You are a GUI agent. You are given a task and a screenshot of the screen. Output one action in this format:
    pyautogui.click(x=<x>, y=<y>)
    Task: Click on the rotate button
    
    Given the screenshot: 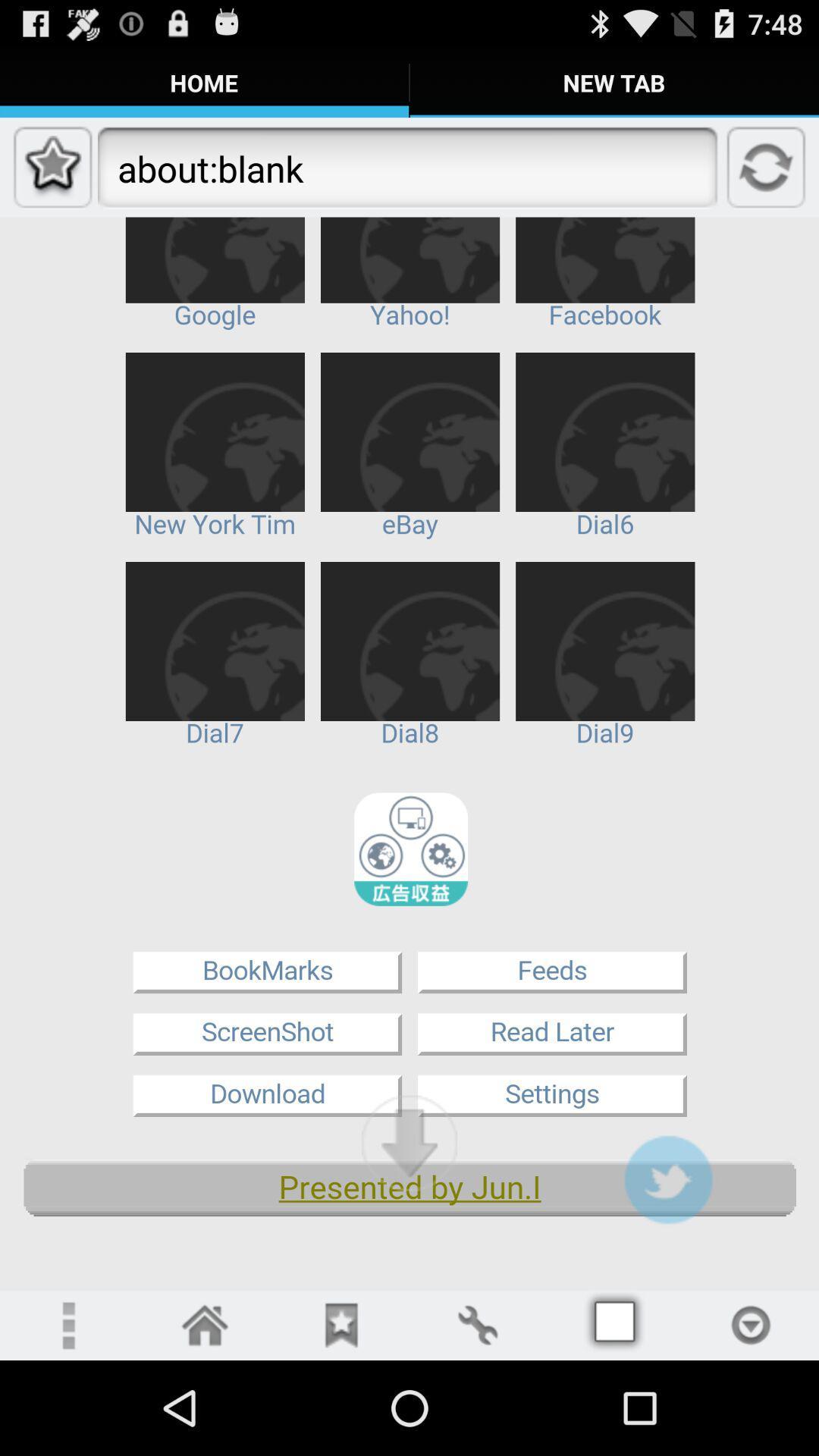 What is the action you would take?
    pyautogui.click(x=476, y=1324)
    